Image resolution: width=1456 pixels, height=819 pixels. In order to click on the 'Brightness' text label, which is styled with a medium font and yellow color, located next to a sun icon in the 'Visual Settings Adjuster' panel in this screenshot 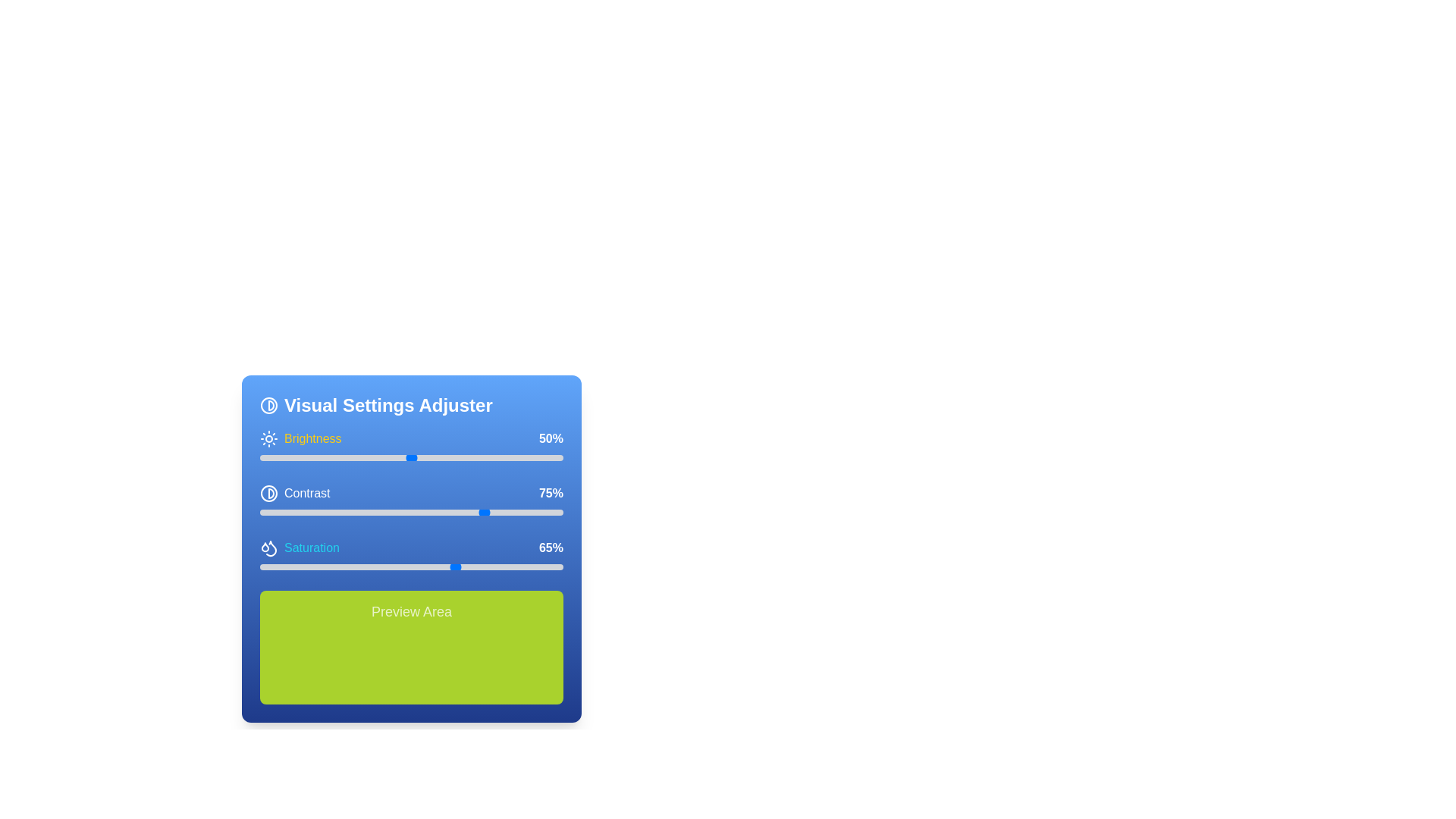, I will do `click(300, 438)`.